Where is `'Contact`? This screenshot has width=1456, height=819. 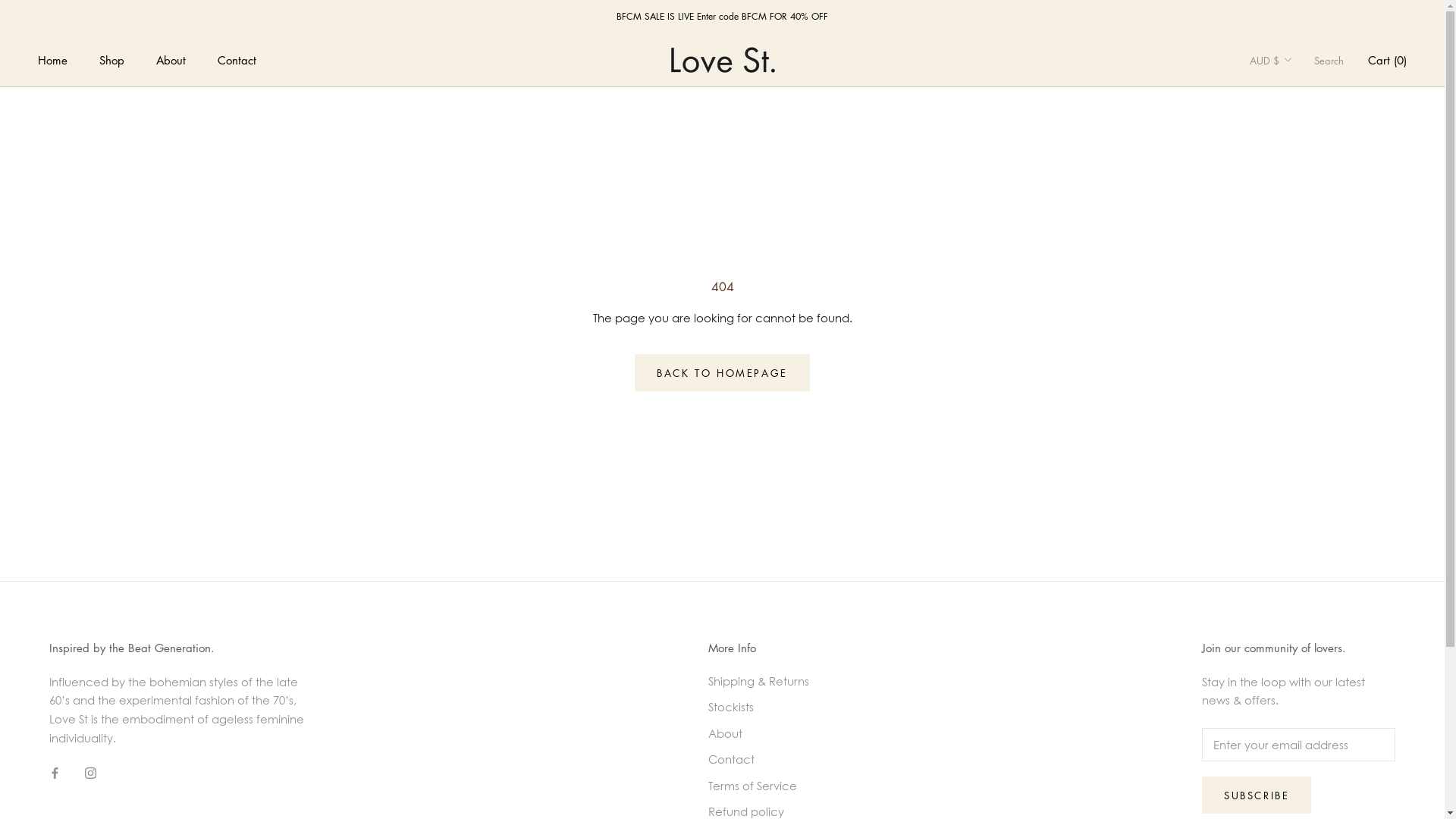 'Contact is located at coordinates (236, 58).